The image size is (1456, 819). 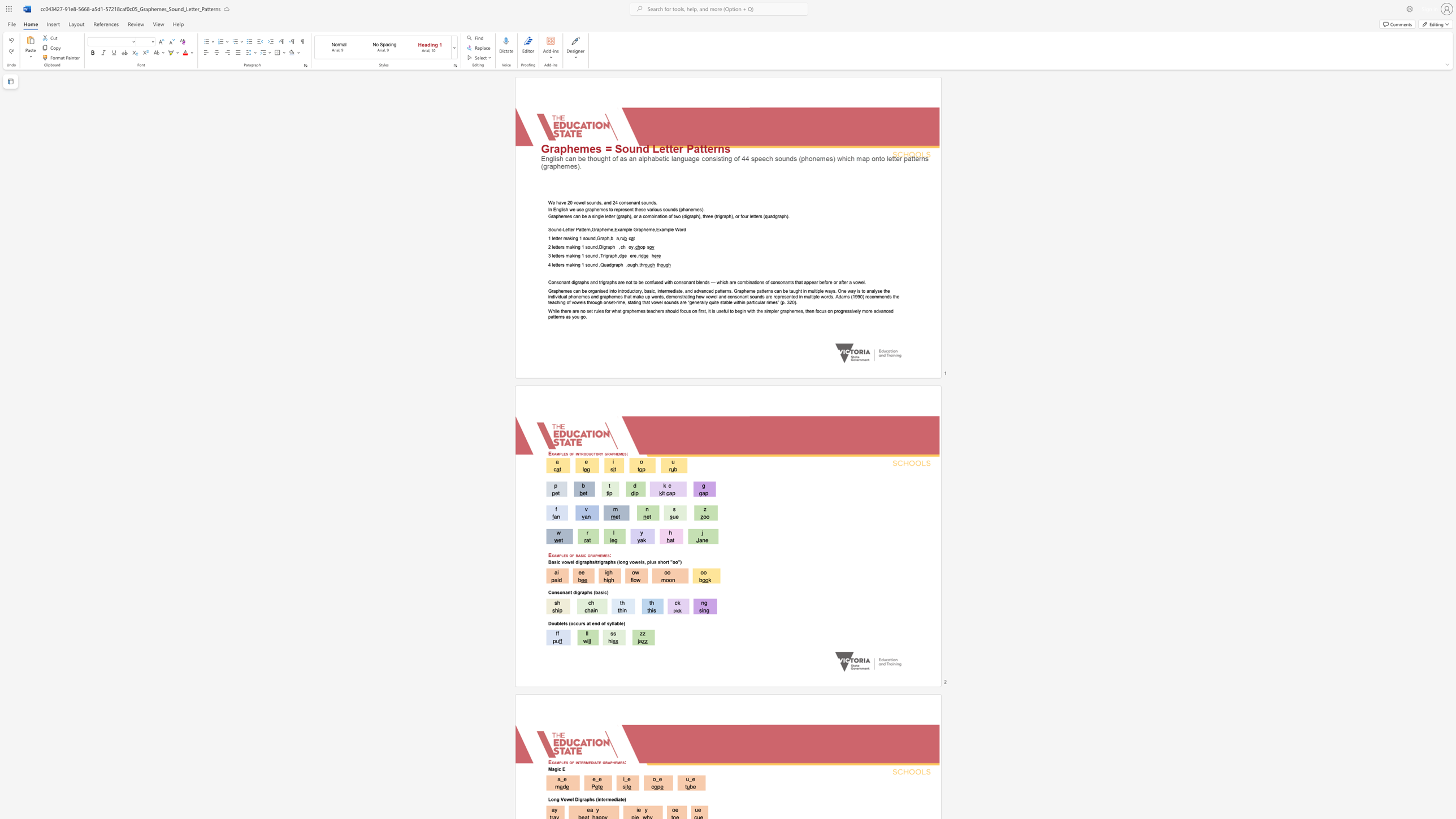 I want to click on the space between the continuous character "Q" and "u" in the text, so click(x=603, y=264).